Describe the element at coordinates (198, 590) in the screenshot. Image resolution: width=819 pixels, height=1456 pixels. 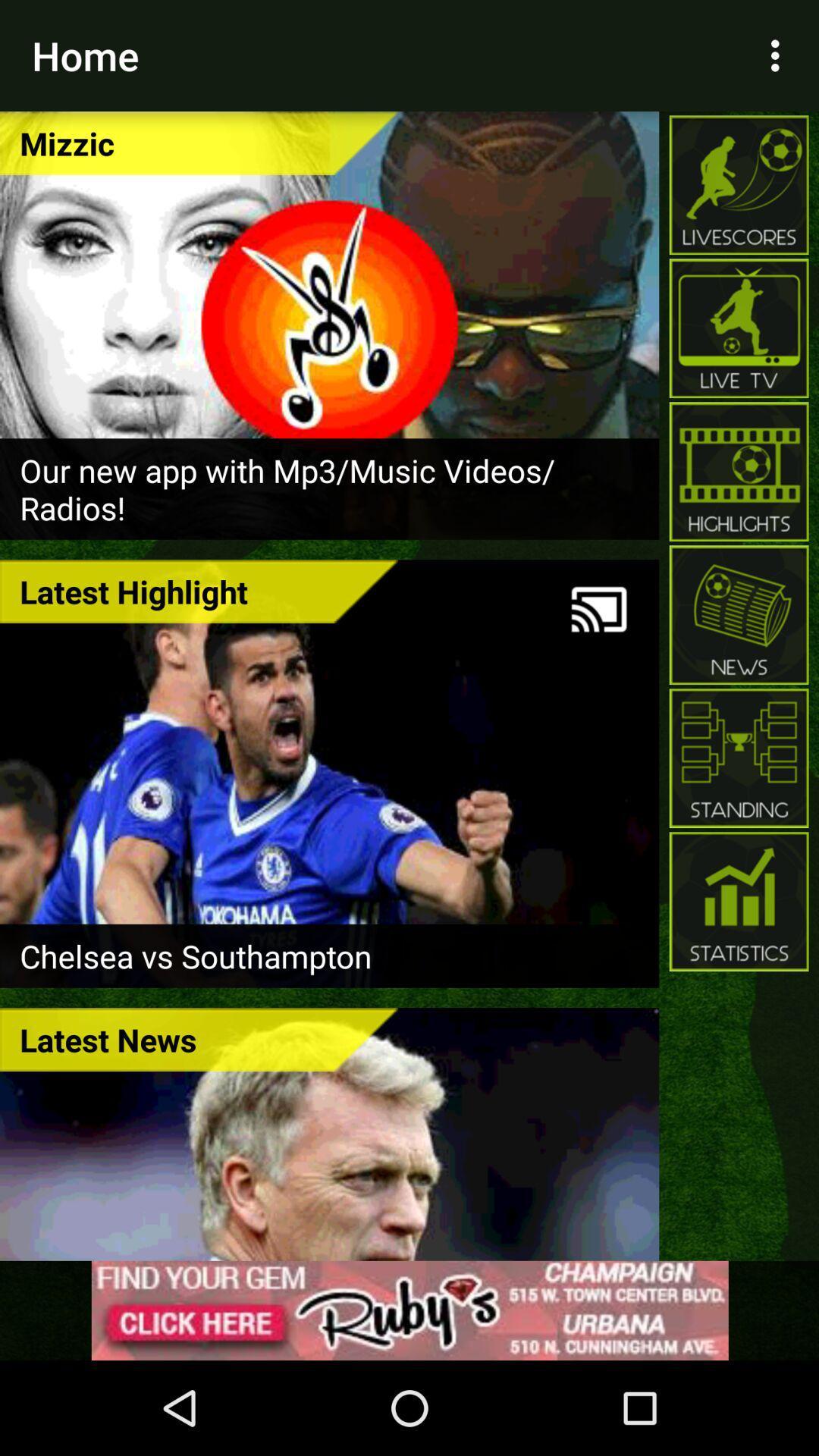
I see `icon above chelsea vs southampton` at that location.